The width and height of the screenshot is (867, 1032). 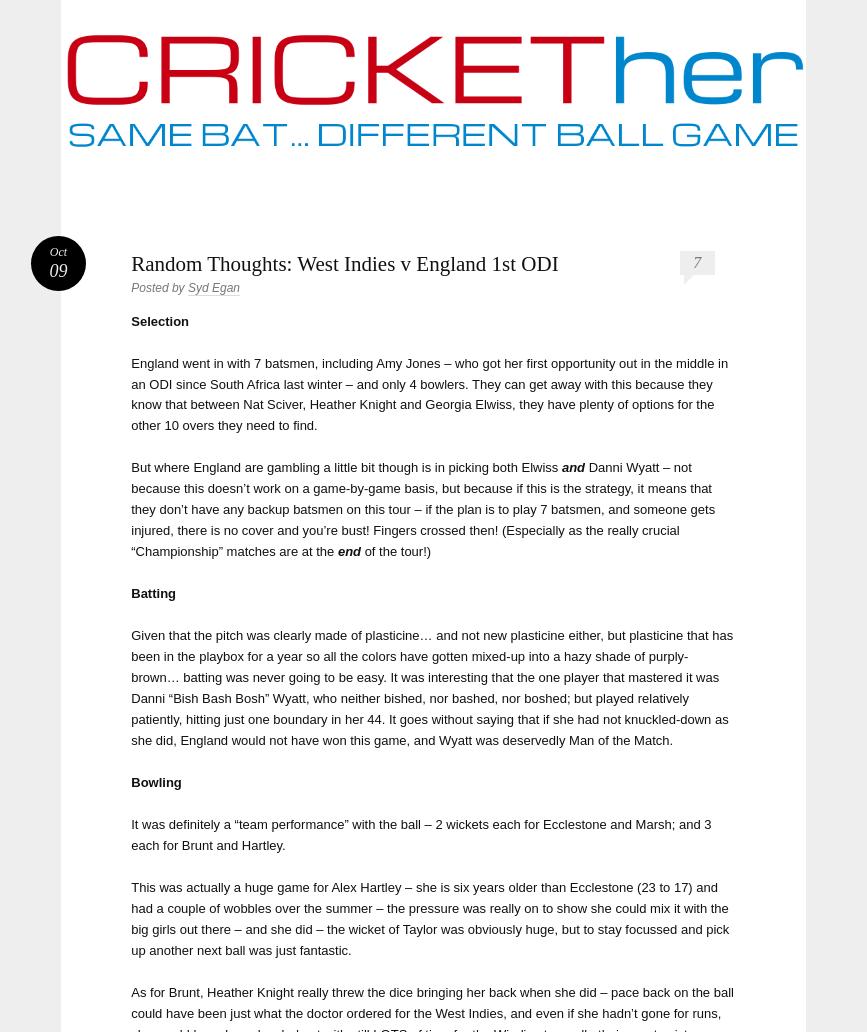 What do you see at coordinates (348, 551) in the screenshot?
I see `'end'` at bounding box center [348, 551].